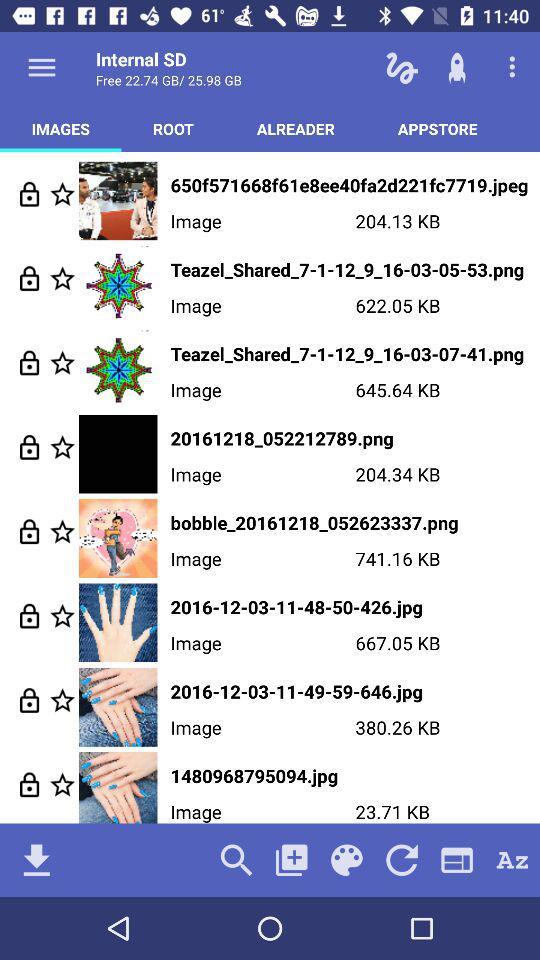 This screenshot has width=540, height=960. What do you see at coordinates (62, 361) in the screenshot?
I see `to favorites` at bounding box center [62, 361].